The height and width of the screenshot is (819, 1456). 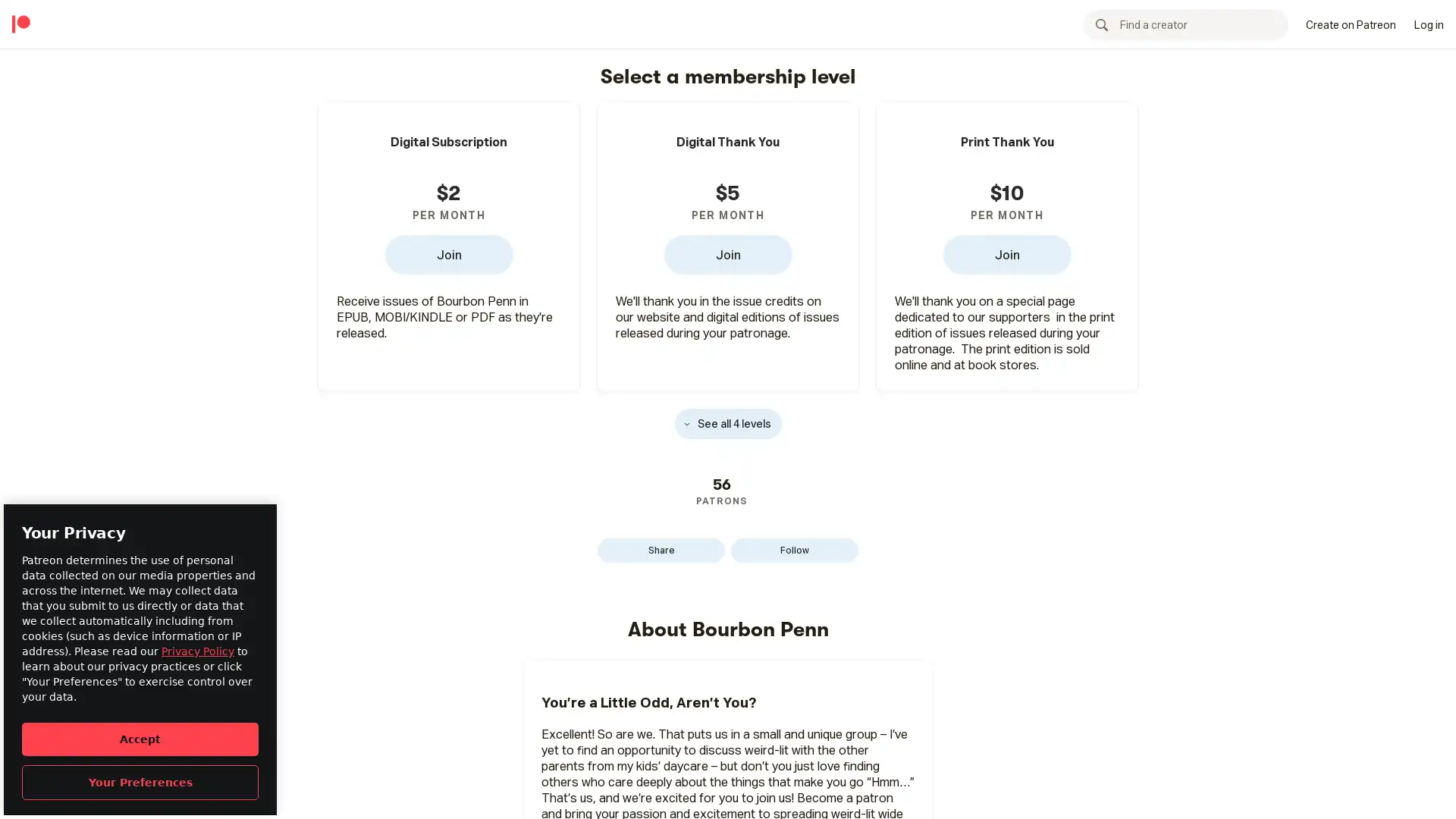 What do you see at coordinates (726, 423) in the screenshot?
I see `See all 4 levels` at bounding box center [726, 423].